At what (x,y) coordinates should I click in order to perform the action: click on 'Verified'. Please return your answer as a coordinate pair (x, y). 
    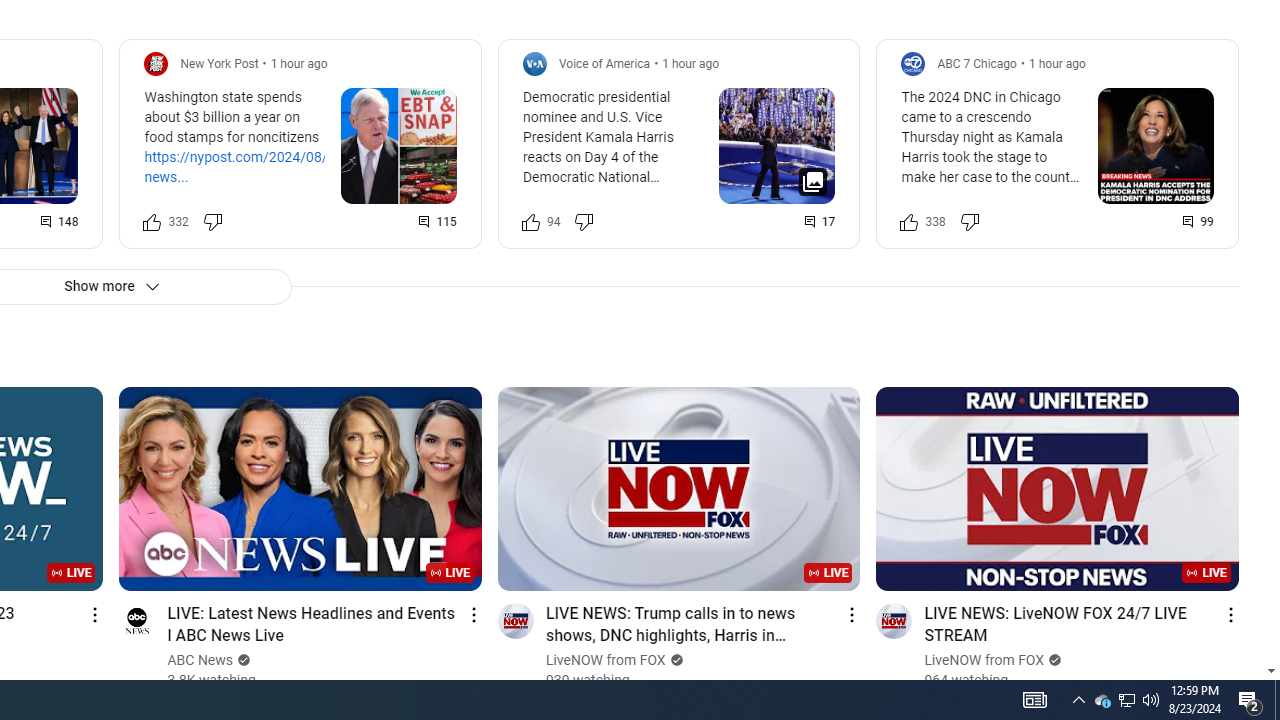
    Looking at the image, I should click on (1052, 660).